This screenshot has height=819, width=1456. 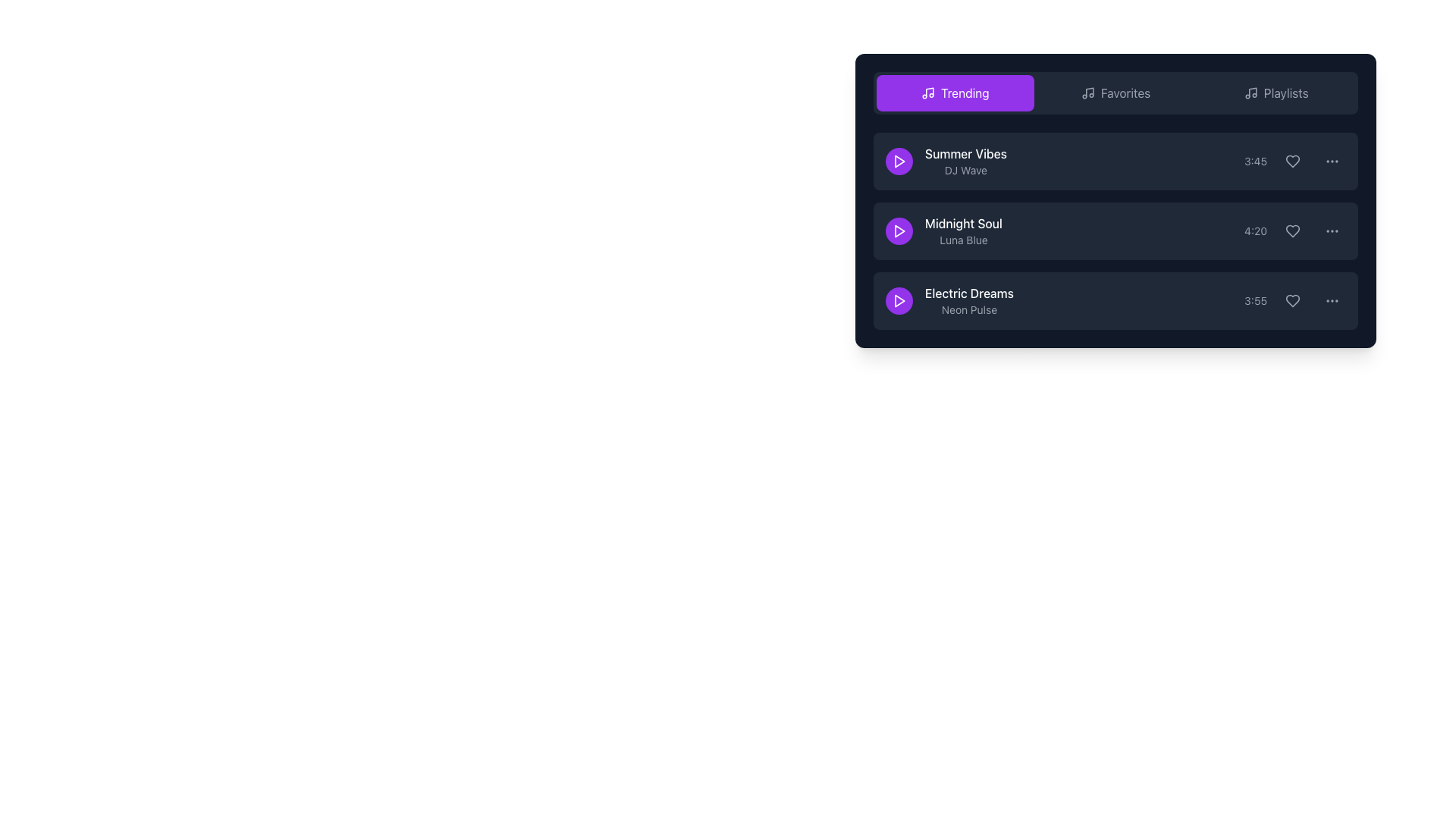 What do you see at coordinates (1331, 161) in the screenshot?
I see `the menu expansion button located to the right of the displayed time text ('3:45') and a heart icon, which is the last element in a horizontal arrangement of items` at bounding box center [1331, 161].